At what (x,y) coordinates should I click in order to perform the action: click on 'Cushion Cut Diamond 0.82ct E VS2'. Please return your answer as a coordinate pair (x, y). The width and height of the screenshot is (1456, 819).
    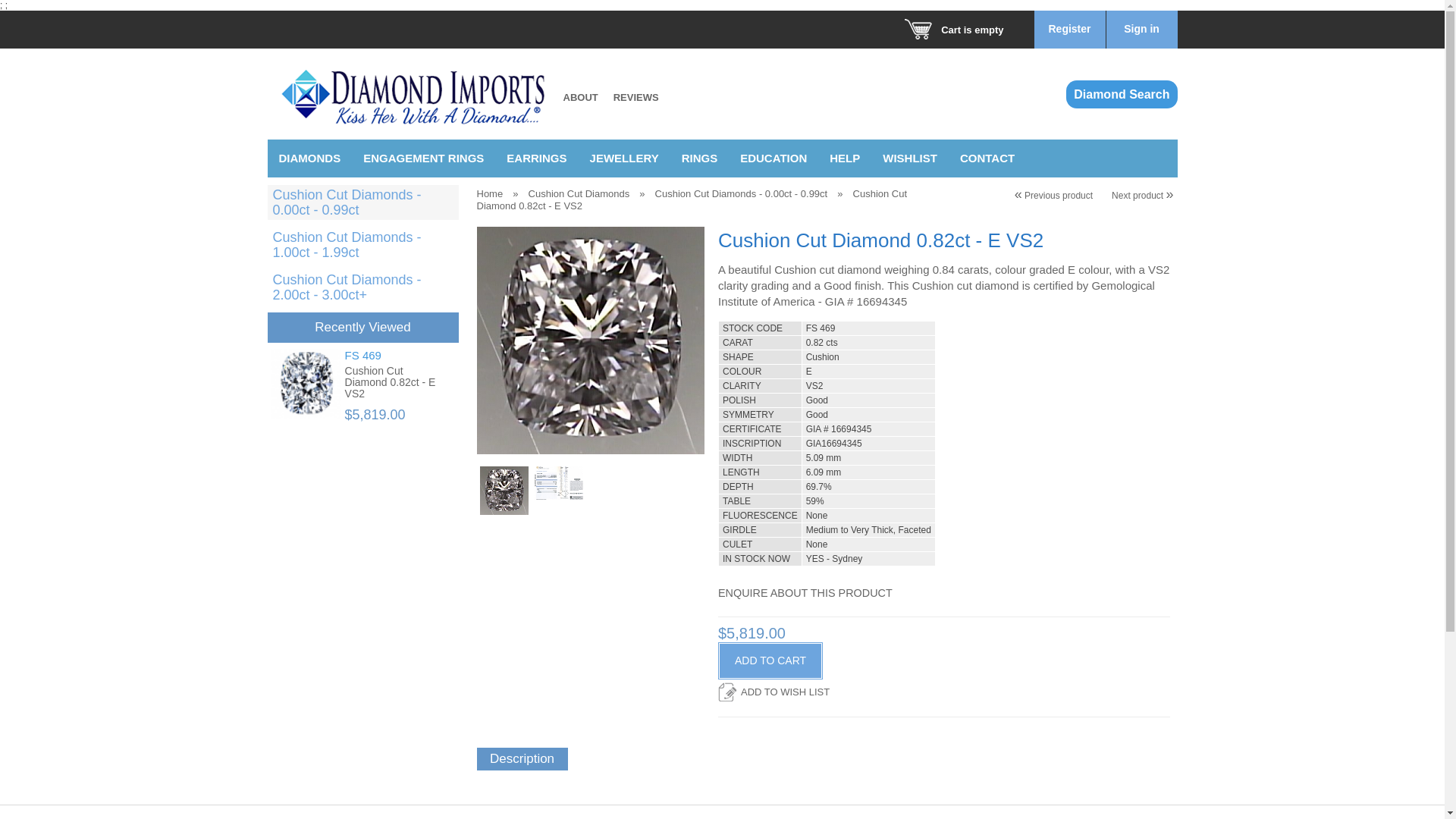
    Looking at the image, I should click on (557, 493).